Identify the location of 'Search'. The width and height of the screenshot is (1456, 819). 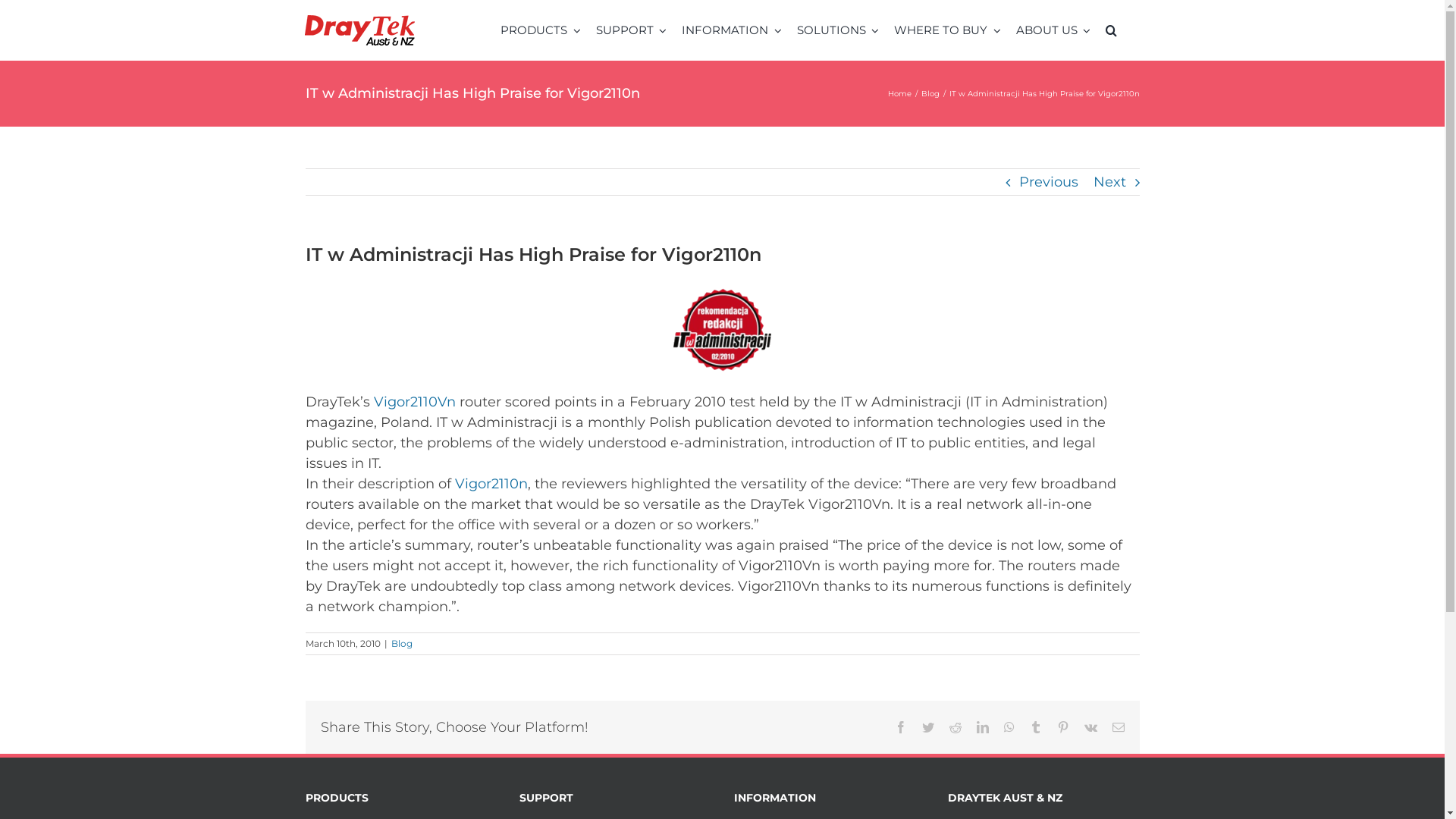
(1111, 30).